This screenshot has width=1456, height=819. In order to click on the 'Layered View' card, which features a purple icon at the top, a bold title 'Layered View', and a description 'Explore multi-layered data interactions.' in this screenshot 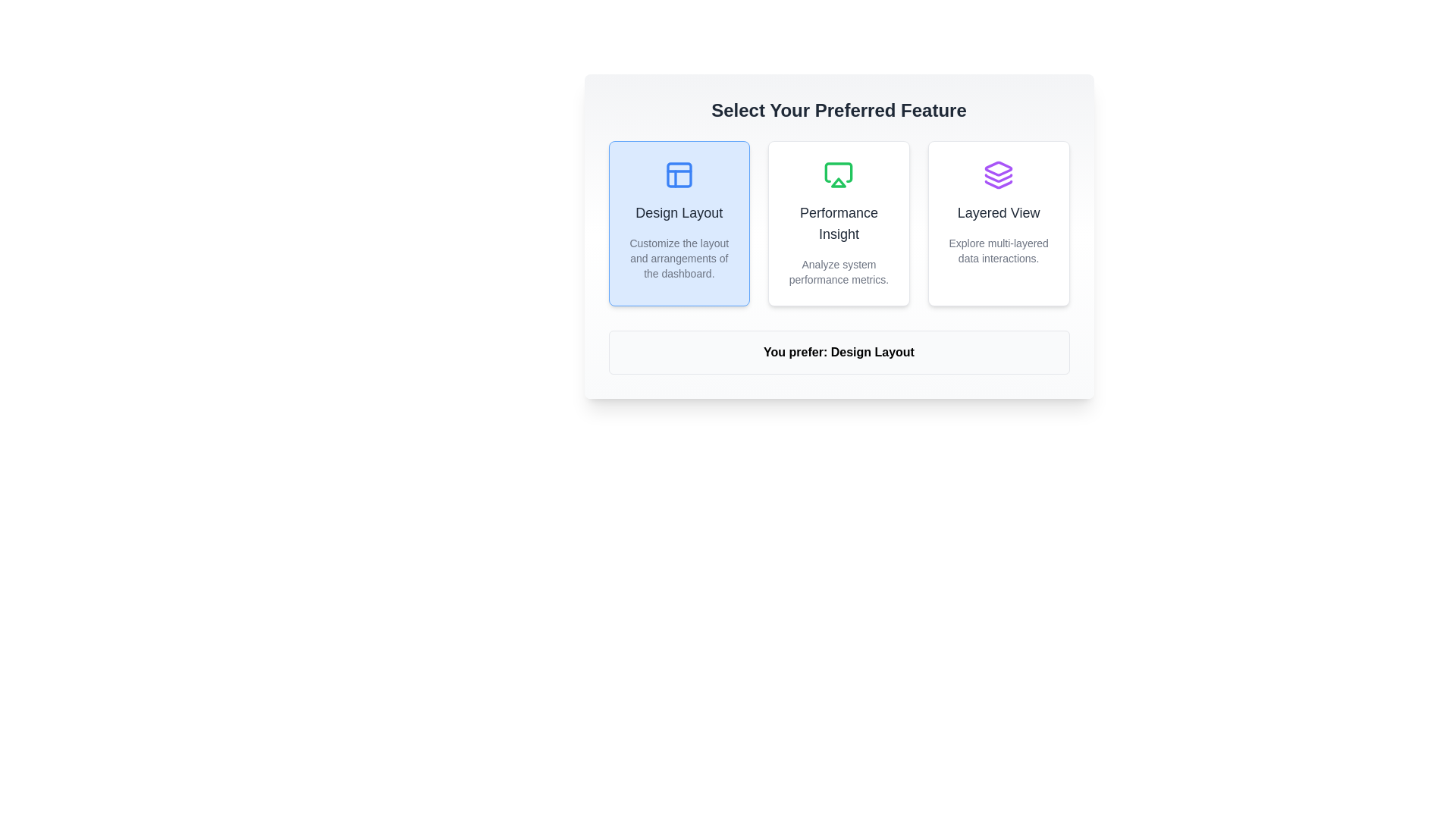, I will do `click(998, 223)`.